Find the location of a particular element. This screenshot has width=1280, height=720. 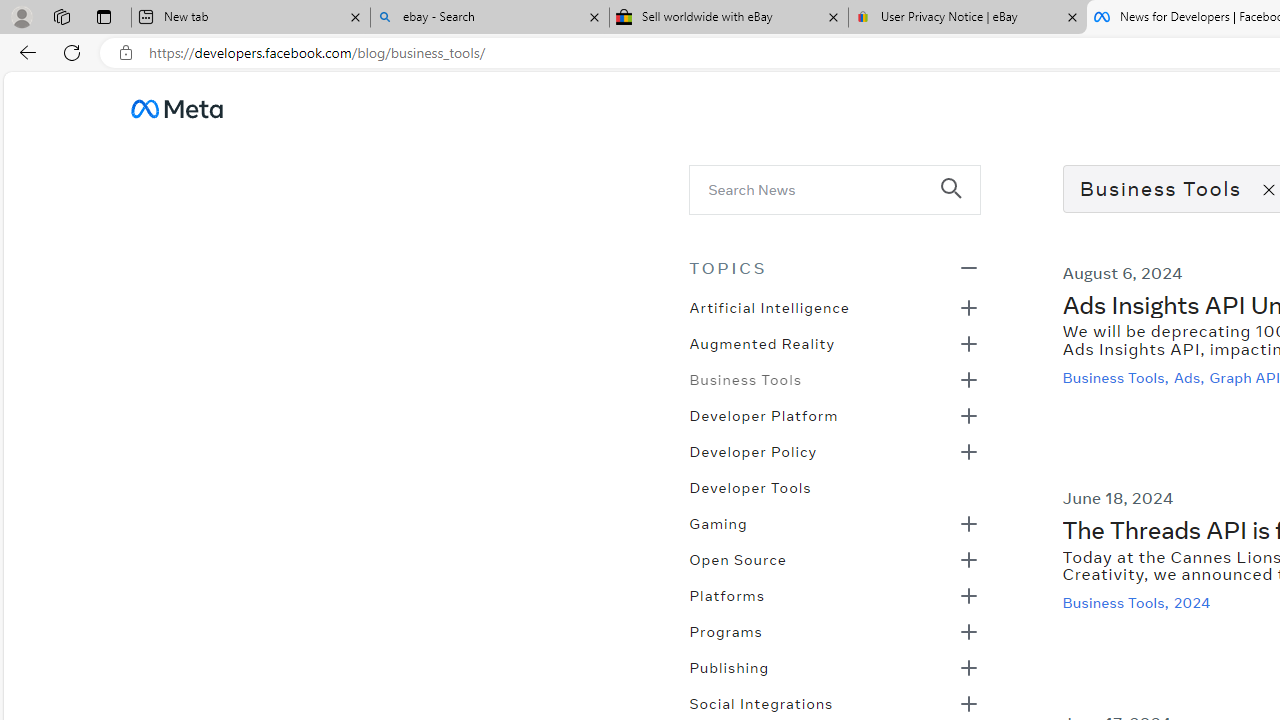

'Workspaces' is located at coordinates (61, 16).